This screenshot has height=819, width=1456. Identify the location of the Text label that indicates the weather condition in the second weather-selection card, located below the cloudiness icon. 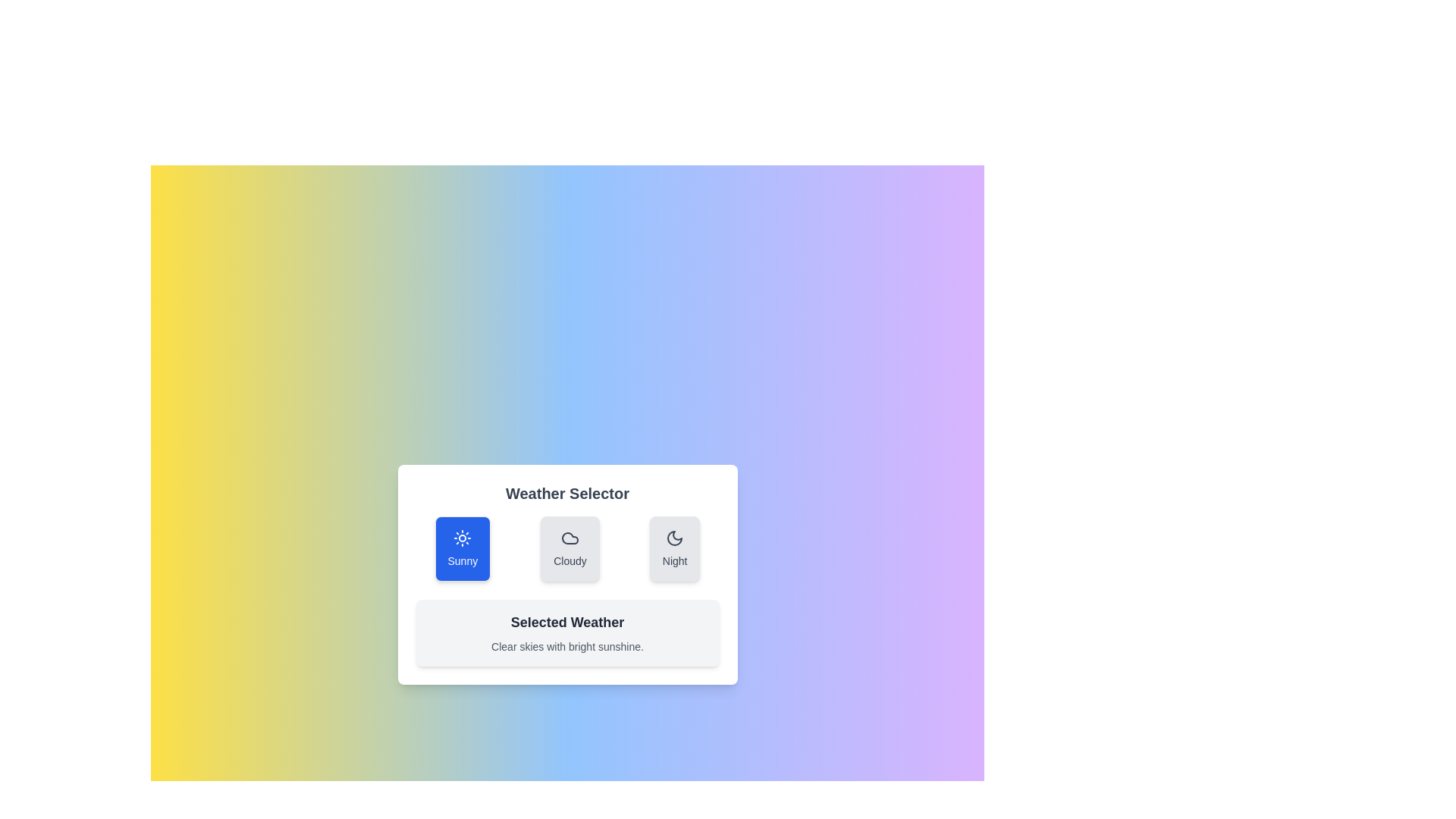
(570, 561).